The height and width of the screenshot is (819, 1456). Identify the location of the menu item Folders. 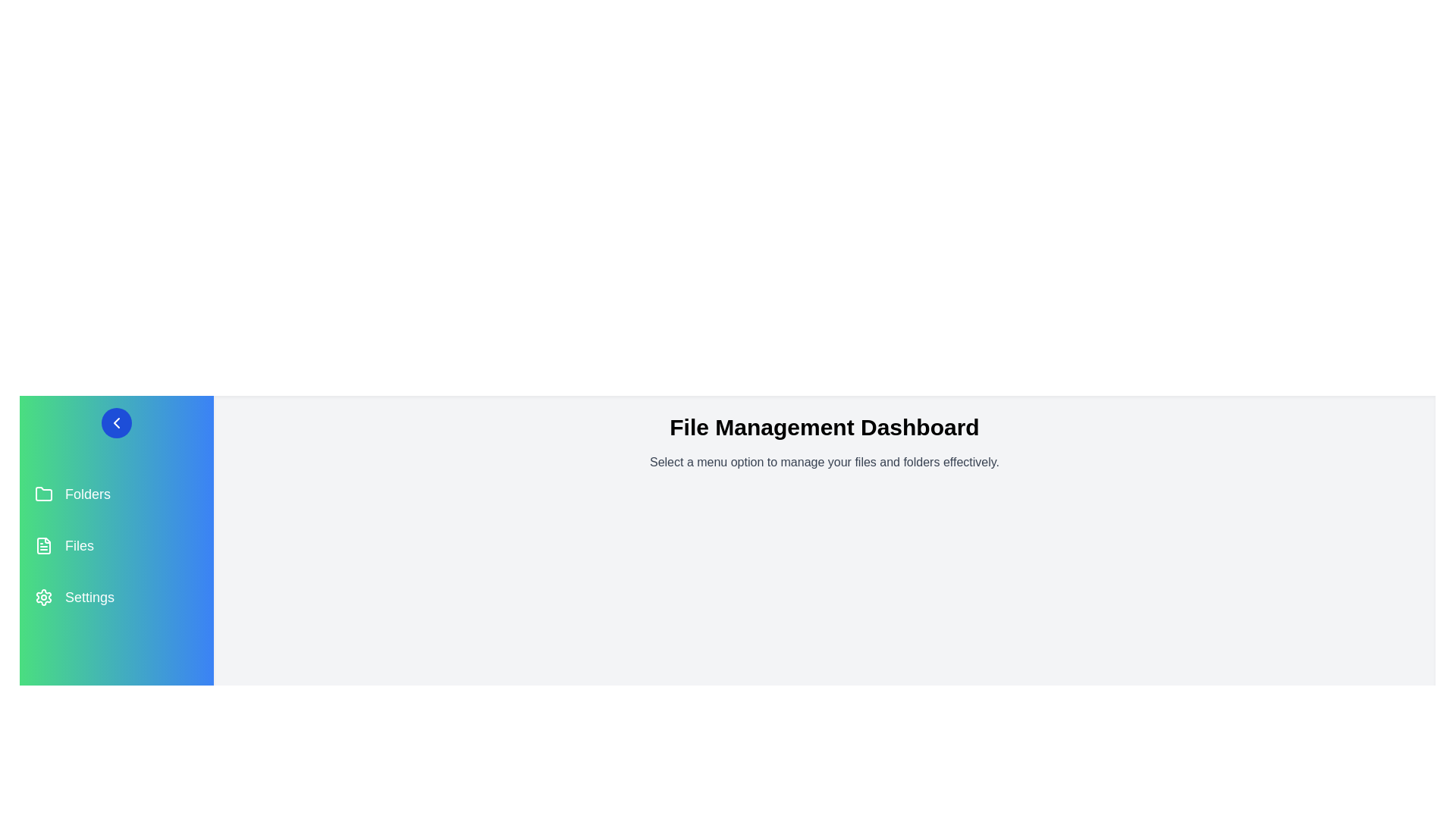
(115, 494).